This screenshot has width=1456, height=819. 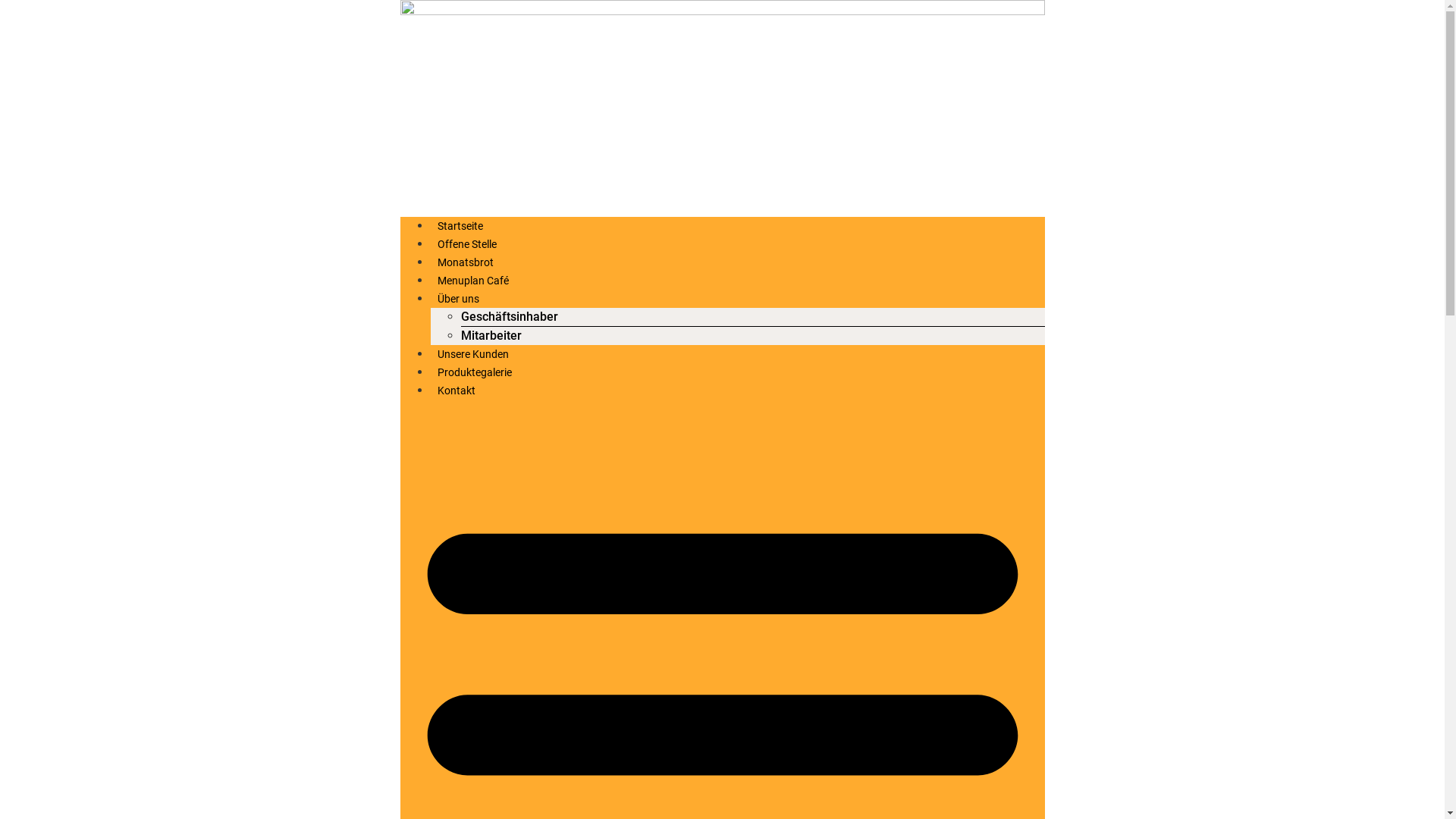 What do you see at coordinates (466, 243) in the screenshot?
I see `'Offene Stelle'` at bounding box center [466, 243].